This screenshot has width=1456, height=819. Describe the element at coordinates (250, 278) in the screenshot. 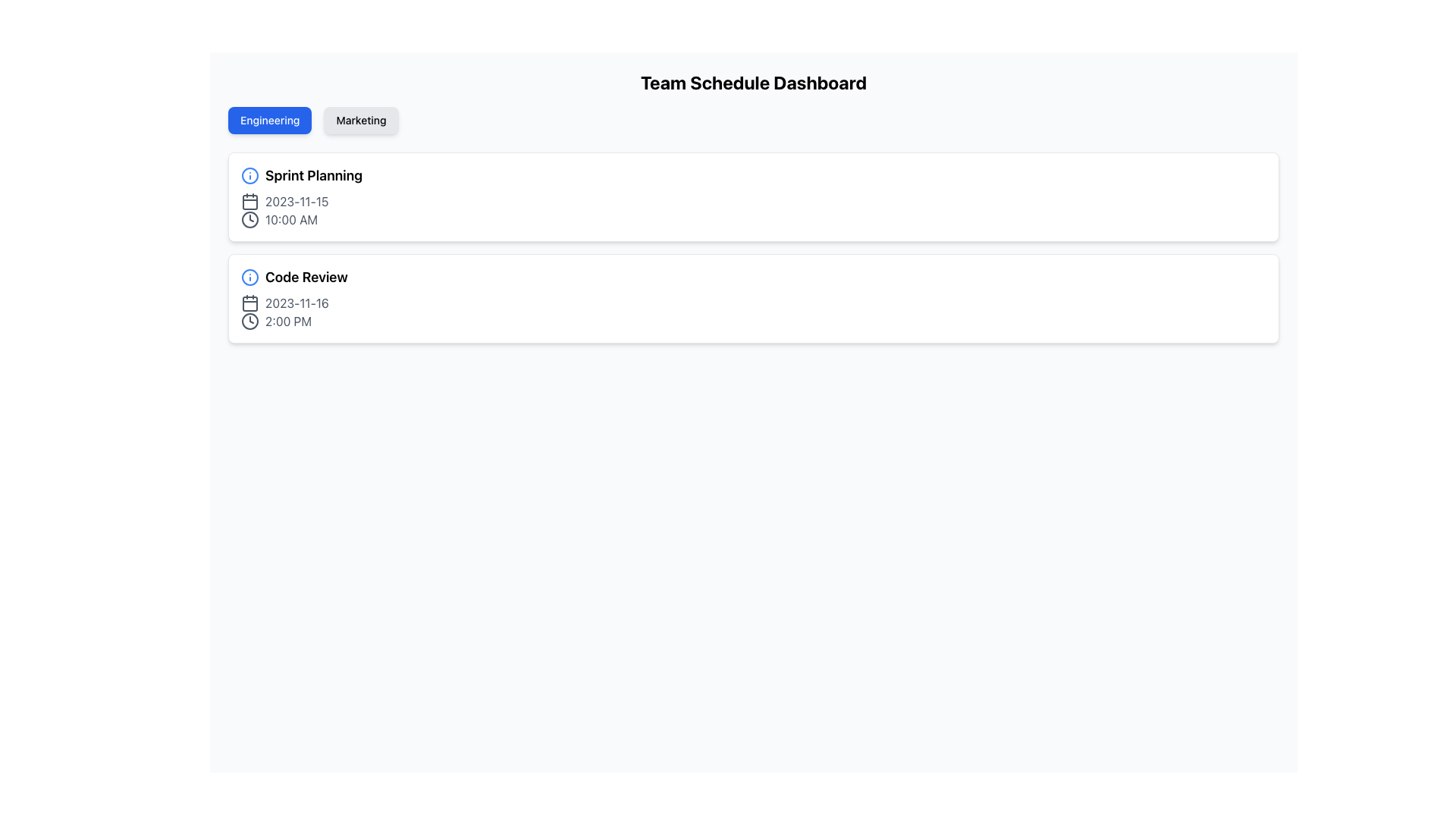

I see `the informational icon located inside the 'Code Review' section, to the left of the text 'Code Review'` at that location.